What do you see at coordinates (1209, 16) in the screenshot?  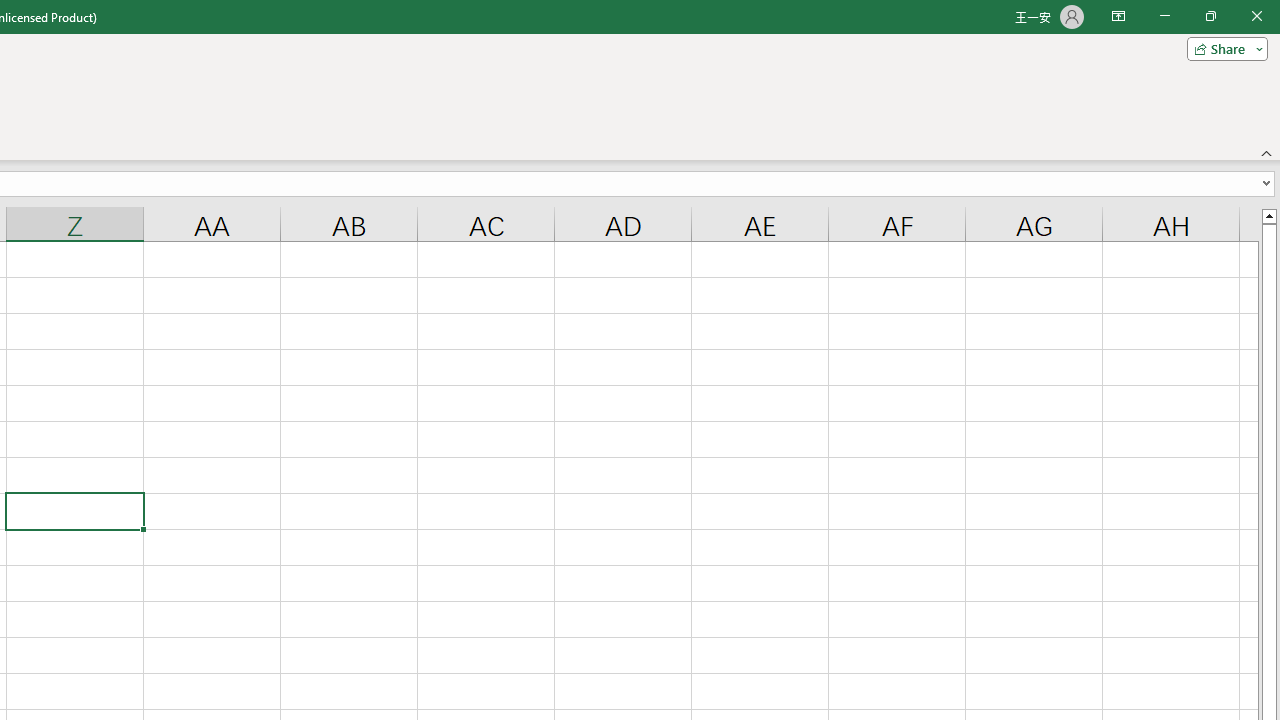 I see `'Restore Down'` at bounding box center [1209, 16].